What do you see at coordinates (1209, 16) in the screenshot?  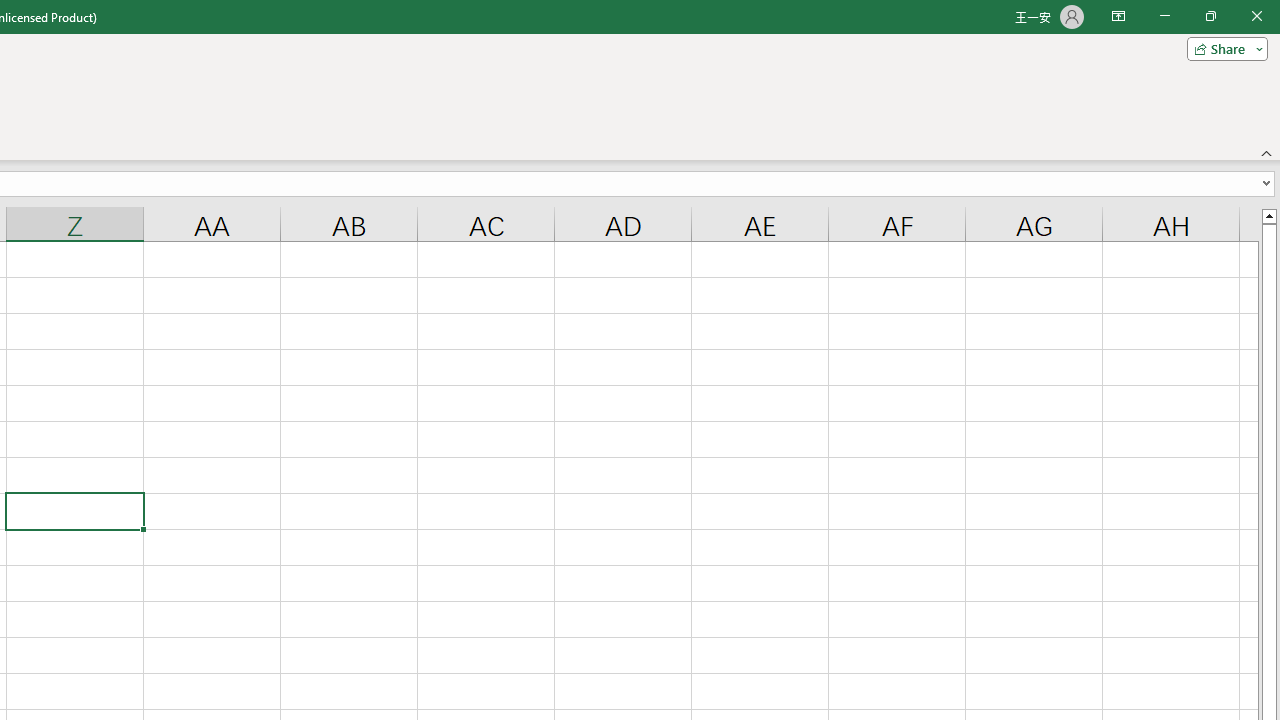 I see `'Restore Down'` at bounding box center [1209, 16].